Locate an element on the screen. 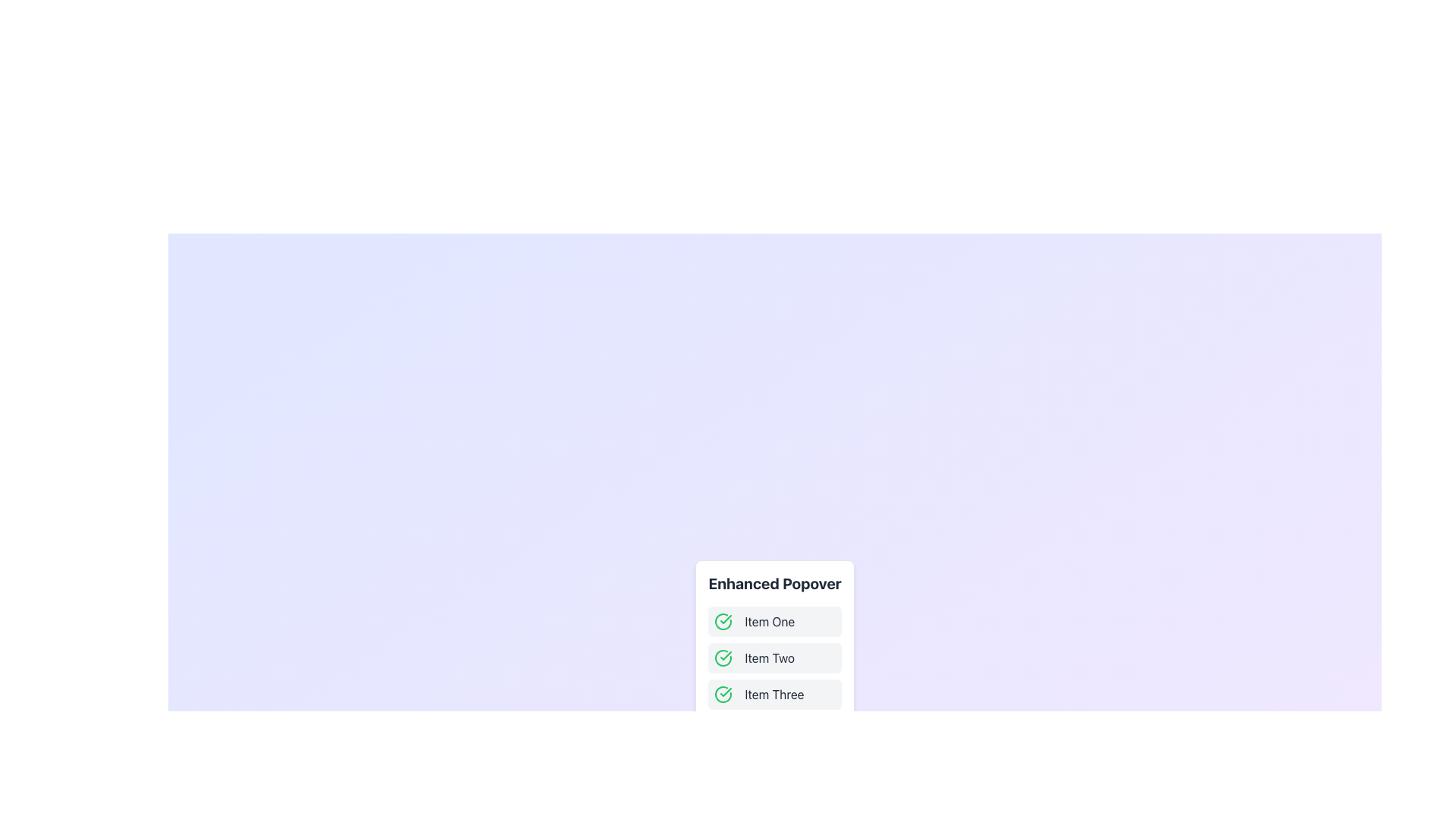 This screenshot has width=1456, height=819. the circular check mark icon with a green stroke located at the top-left corner of the item labeled 'Item Three' is located at coordinates (723, 694).